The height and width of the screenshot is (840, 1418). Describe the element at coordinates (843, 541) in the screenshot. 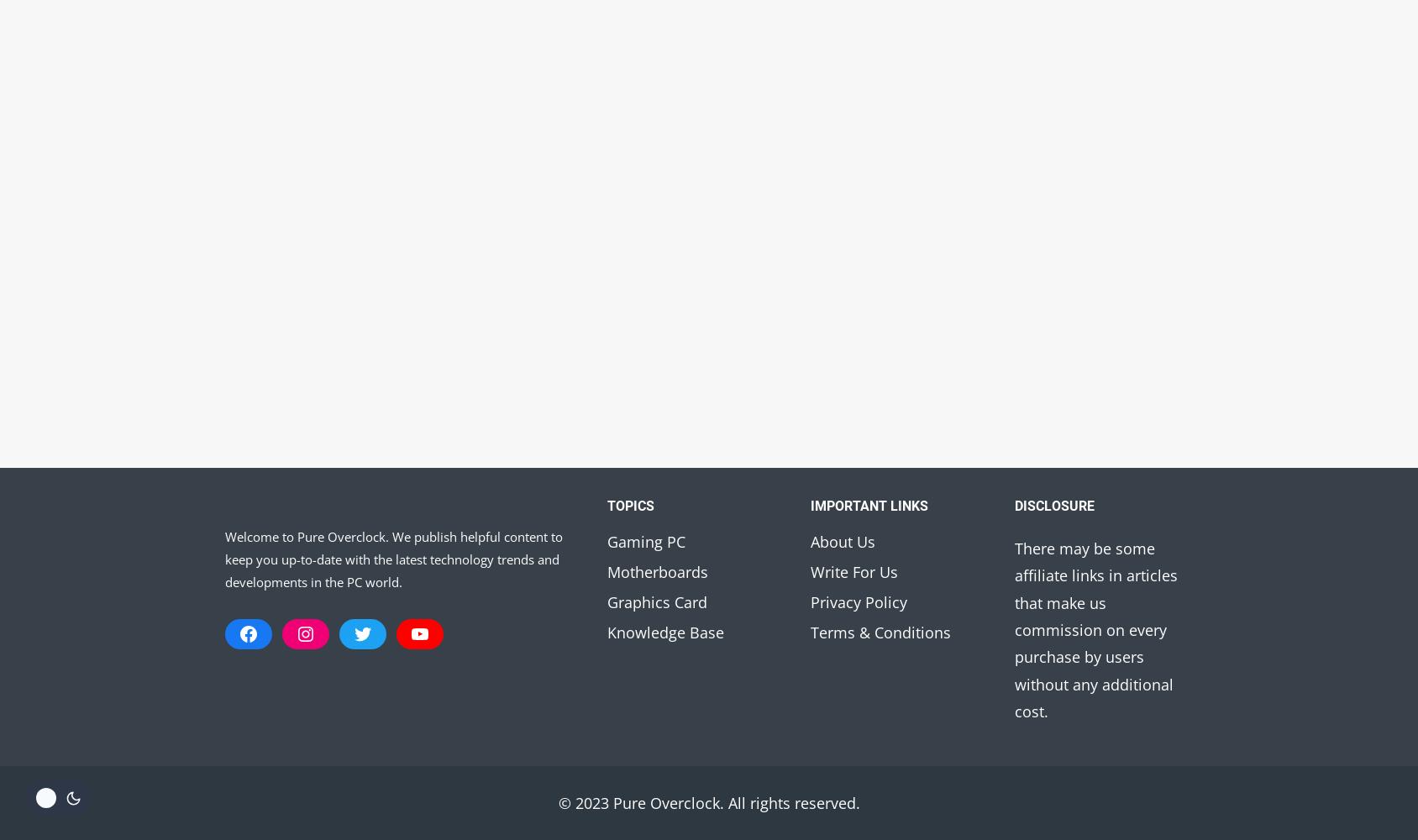

I see `'About Us'` at that location.